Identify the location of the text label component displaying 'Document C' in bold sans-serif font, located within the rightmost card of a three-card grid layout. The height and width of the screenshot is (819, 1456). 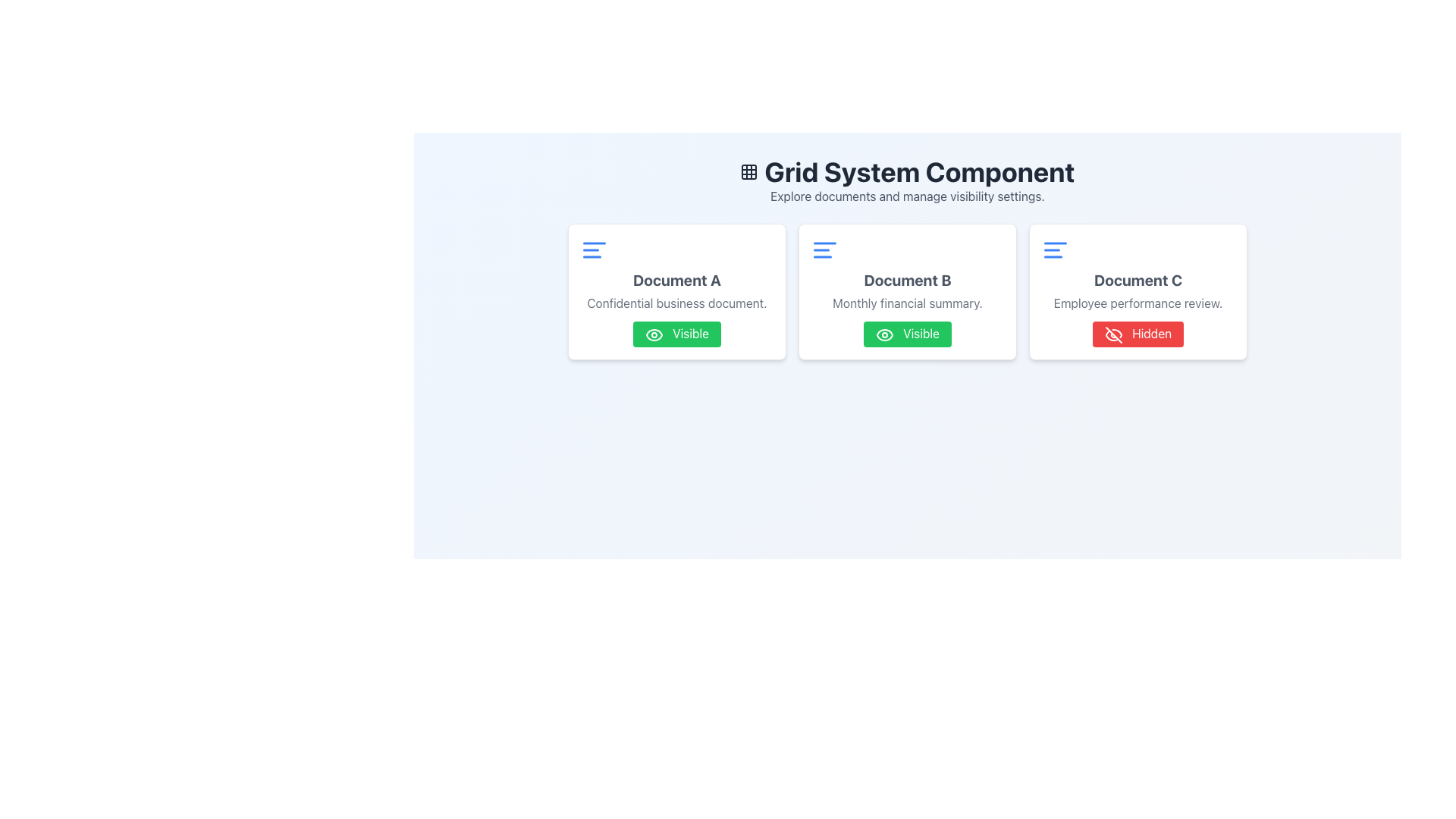
(1138, 281).